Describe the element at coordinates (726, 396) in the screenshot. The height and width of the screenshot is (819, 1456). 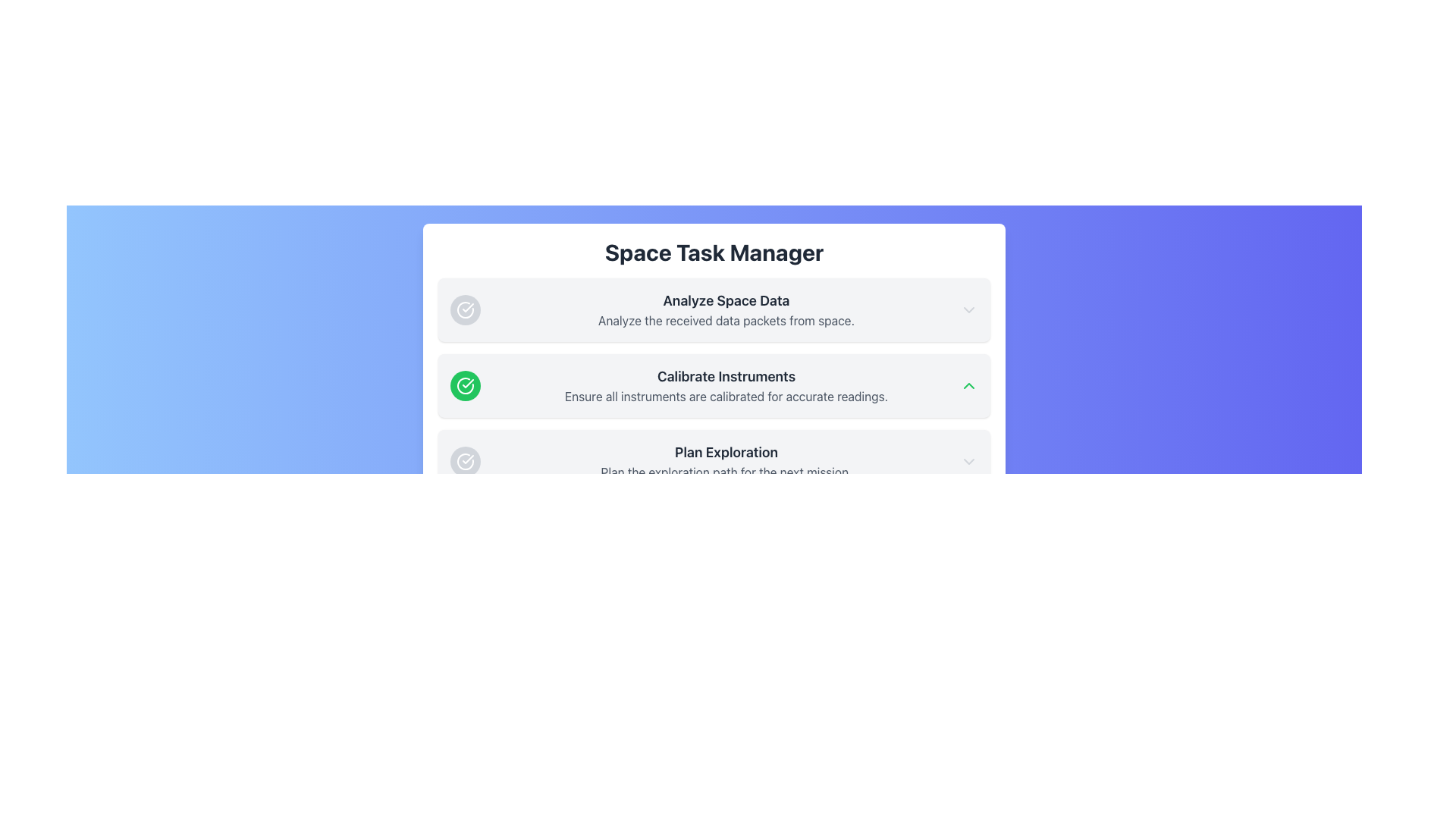
I see `the static text providing essential information related to calibrating instruments, which is located below the 'Calibrate Instruments' heading in a white rectangular section` at that location.